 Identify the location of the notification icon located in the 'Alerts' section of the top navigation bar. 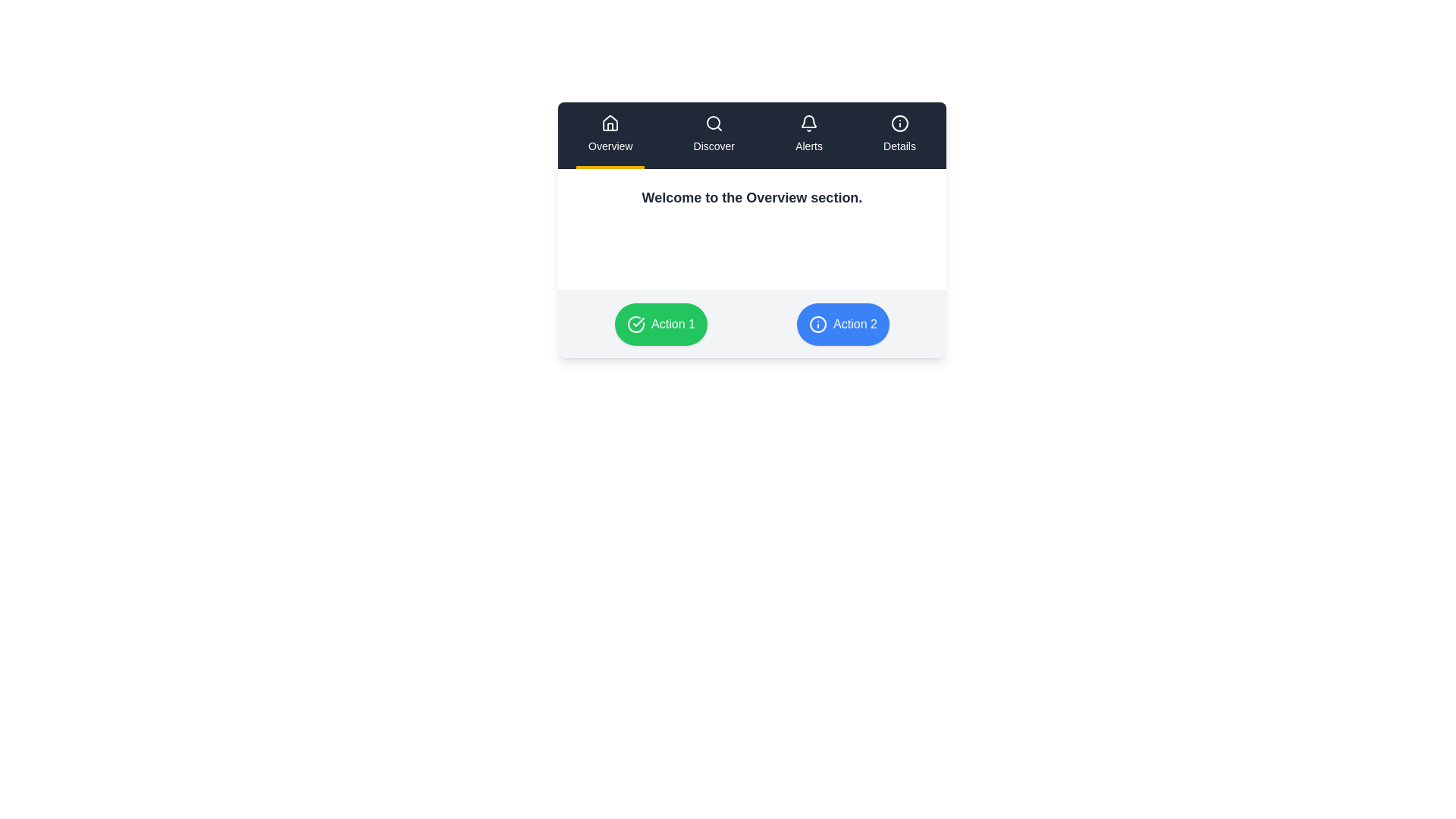
(808, 122).